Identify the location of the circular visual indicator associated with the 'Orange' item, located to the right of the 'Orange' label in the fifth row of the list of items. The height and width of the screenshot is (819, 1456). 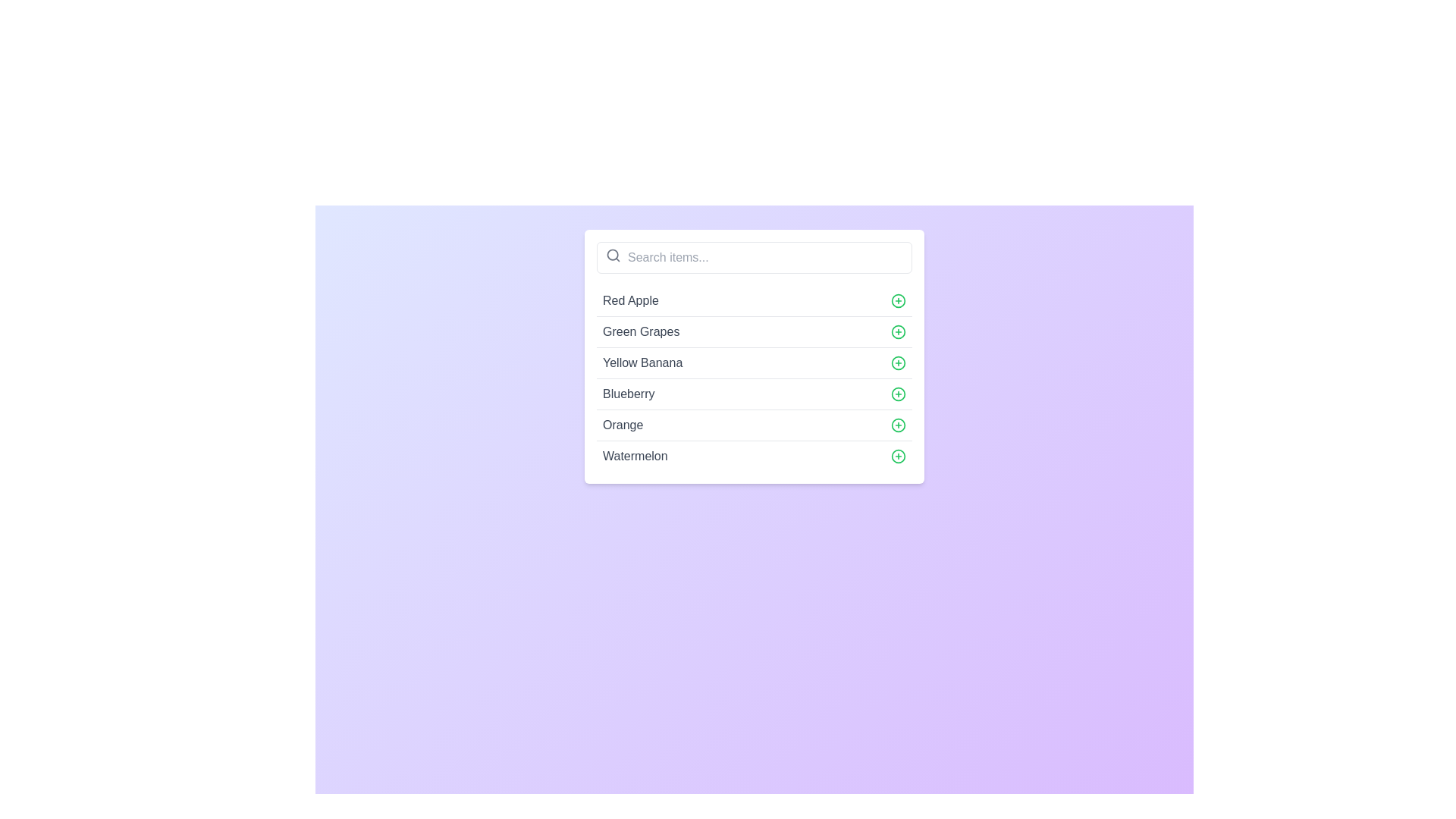
(899, 425).